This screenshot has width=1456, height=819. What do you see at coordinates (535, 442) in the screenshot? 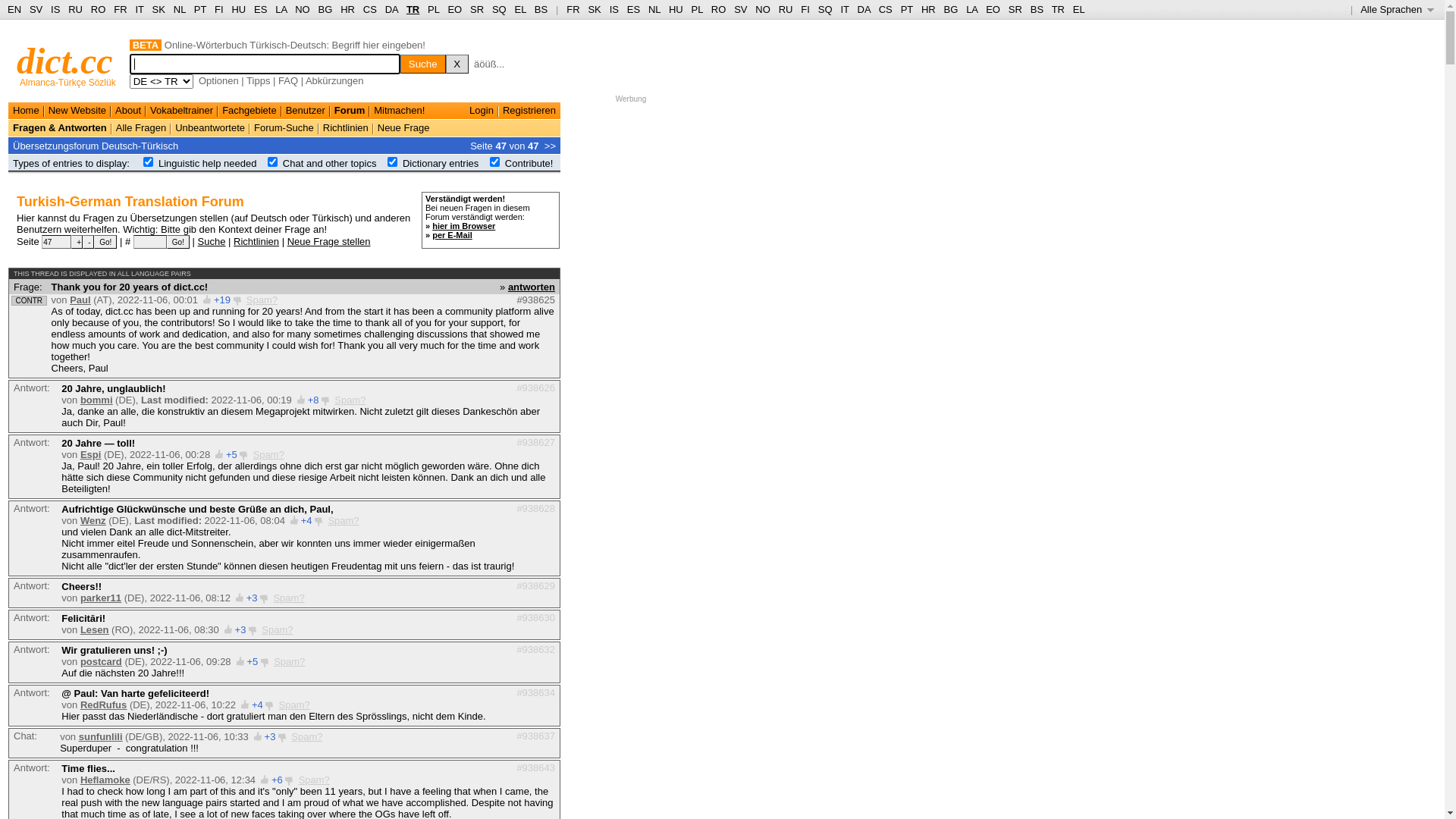
I see `'#938627'` at bounding box center [535, 442].